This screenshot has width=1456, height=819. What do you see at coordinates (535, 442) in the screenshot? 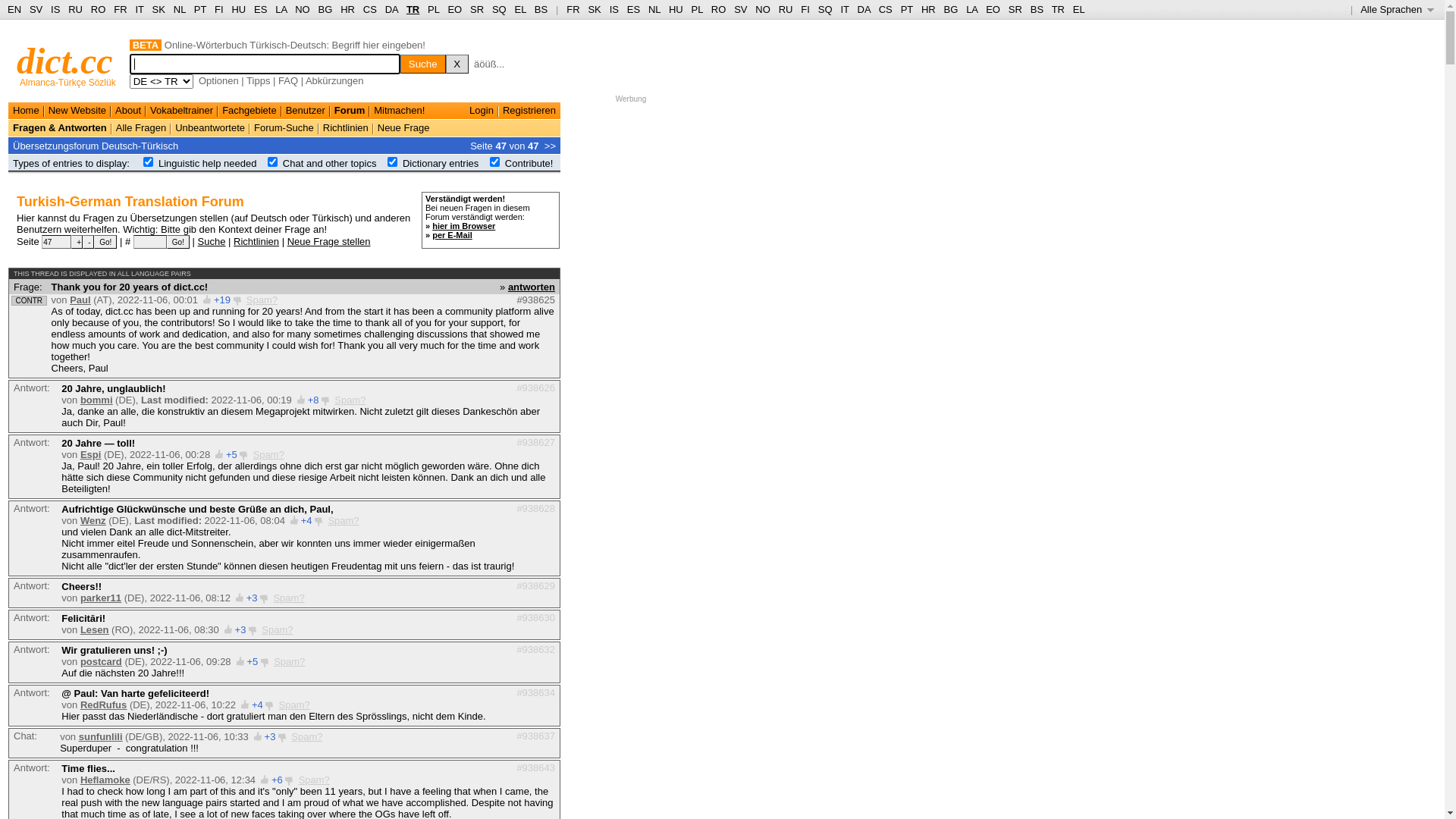
I see `'#938627'` at bounding box center [535, 442].